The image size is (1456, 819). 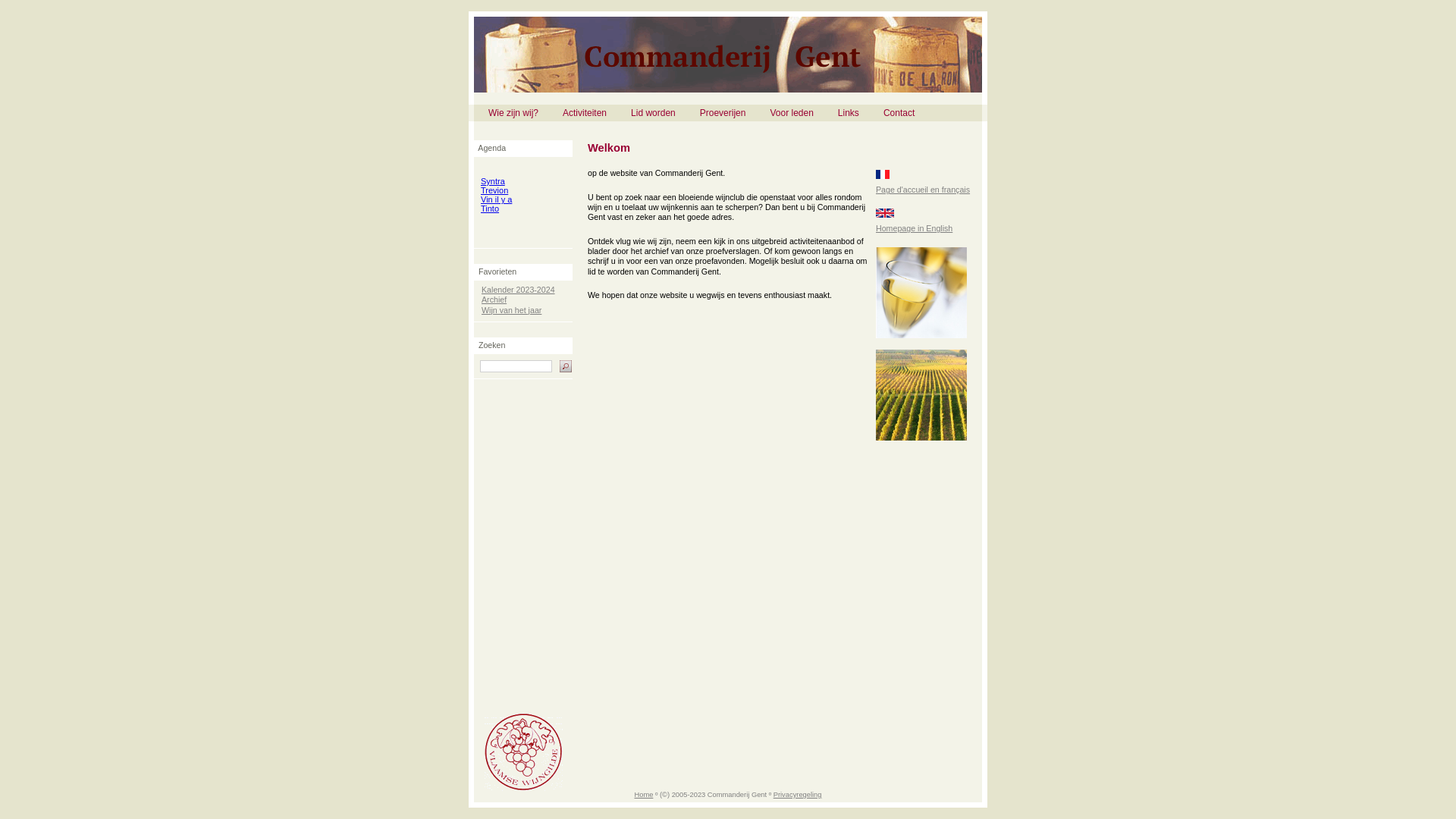 What do you see at coordinates (847, 112) in the screenshot?
I see `'Links'` at bounding box center [847, 112].